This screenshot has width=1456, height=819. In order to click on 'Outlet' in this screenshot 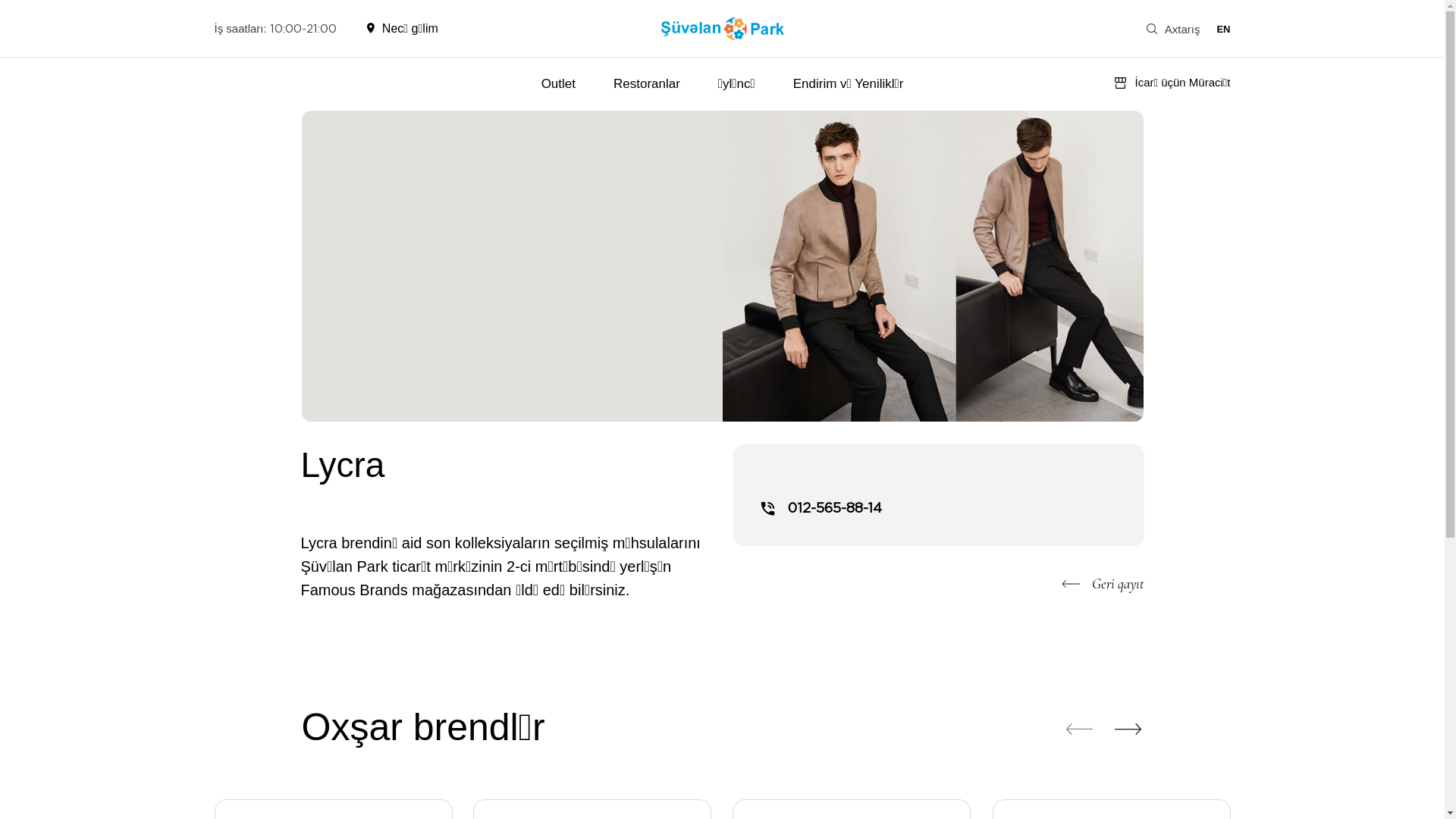, I will do `click(557, 84)`.